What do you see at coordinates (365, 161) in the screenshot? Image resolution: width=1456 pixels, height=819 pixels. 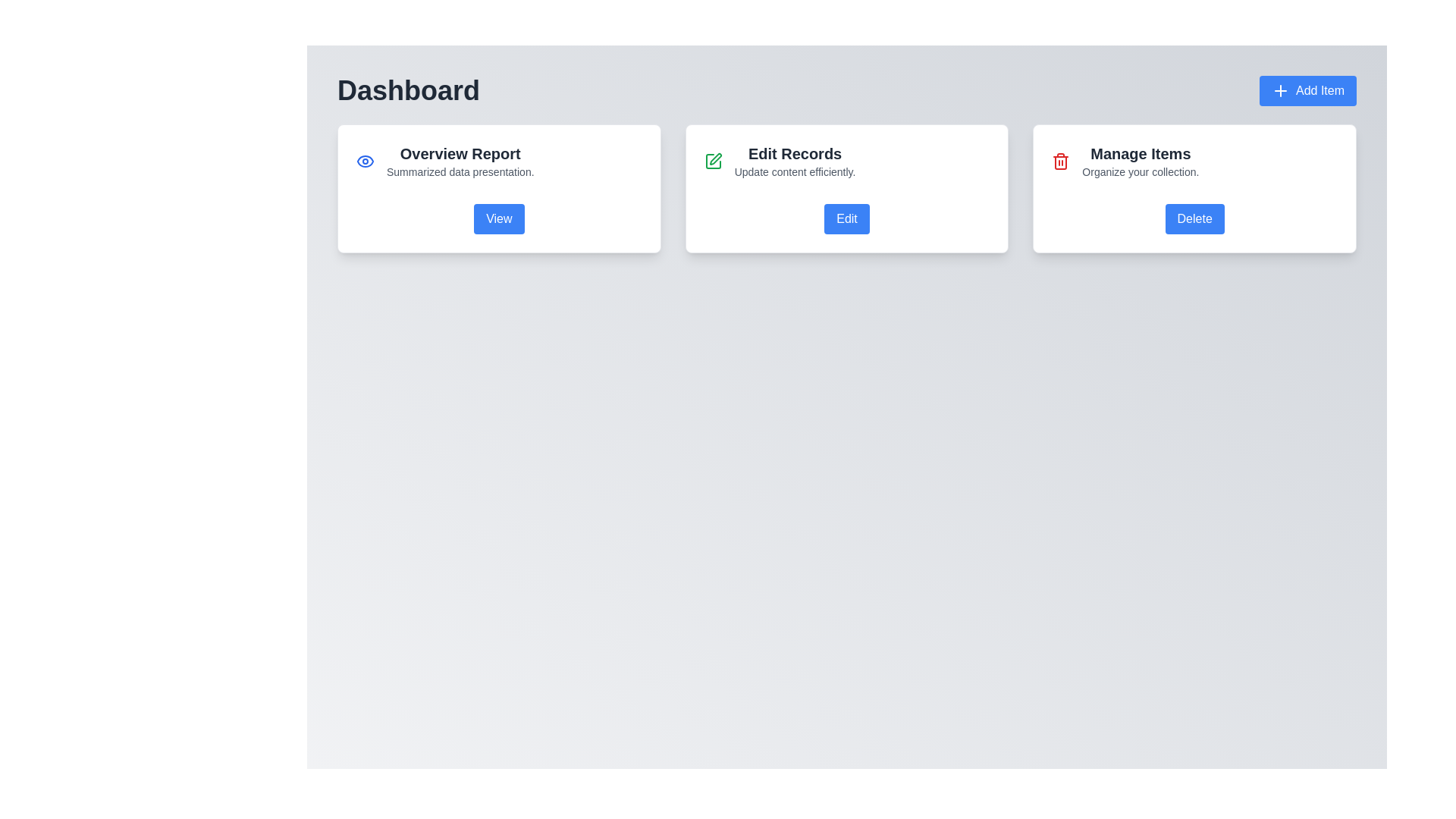 I see `the icon located at the top-left corner of the 'Overview Report' card, which represents viewing or monitoring data` at bounding box center [365, 161].